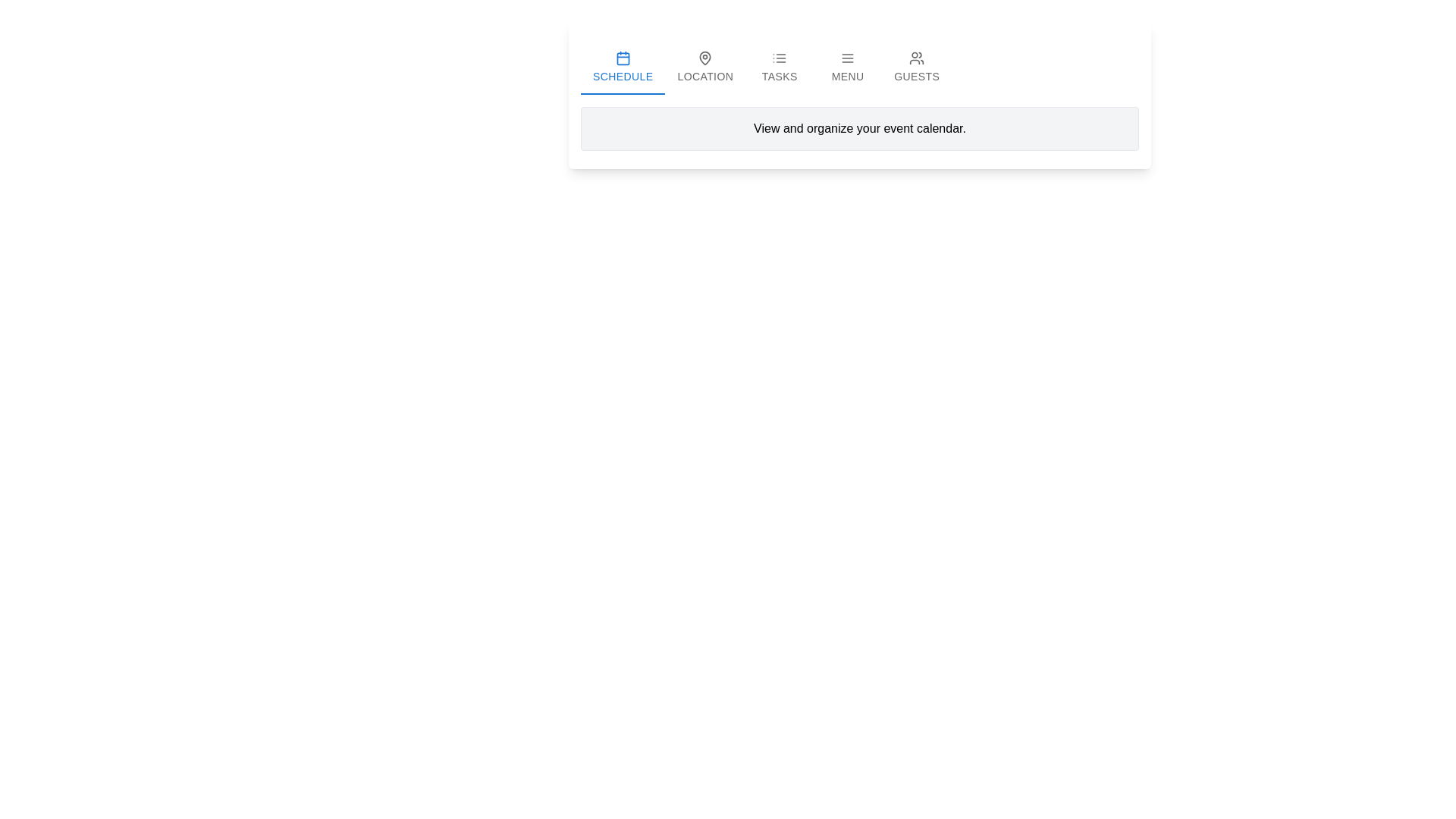 This screenshot has width=1456, height=819. I want to click on the navigation icon located second in the top navigation bar, which is positioned between the 'SCHEDULE' tab and the 'TASKS' tab, so click(704, 58).